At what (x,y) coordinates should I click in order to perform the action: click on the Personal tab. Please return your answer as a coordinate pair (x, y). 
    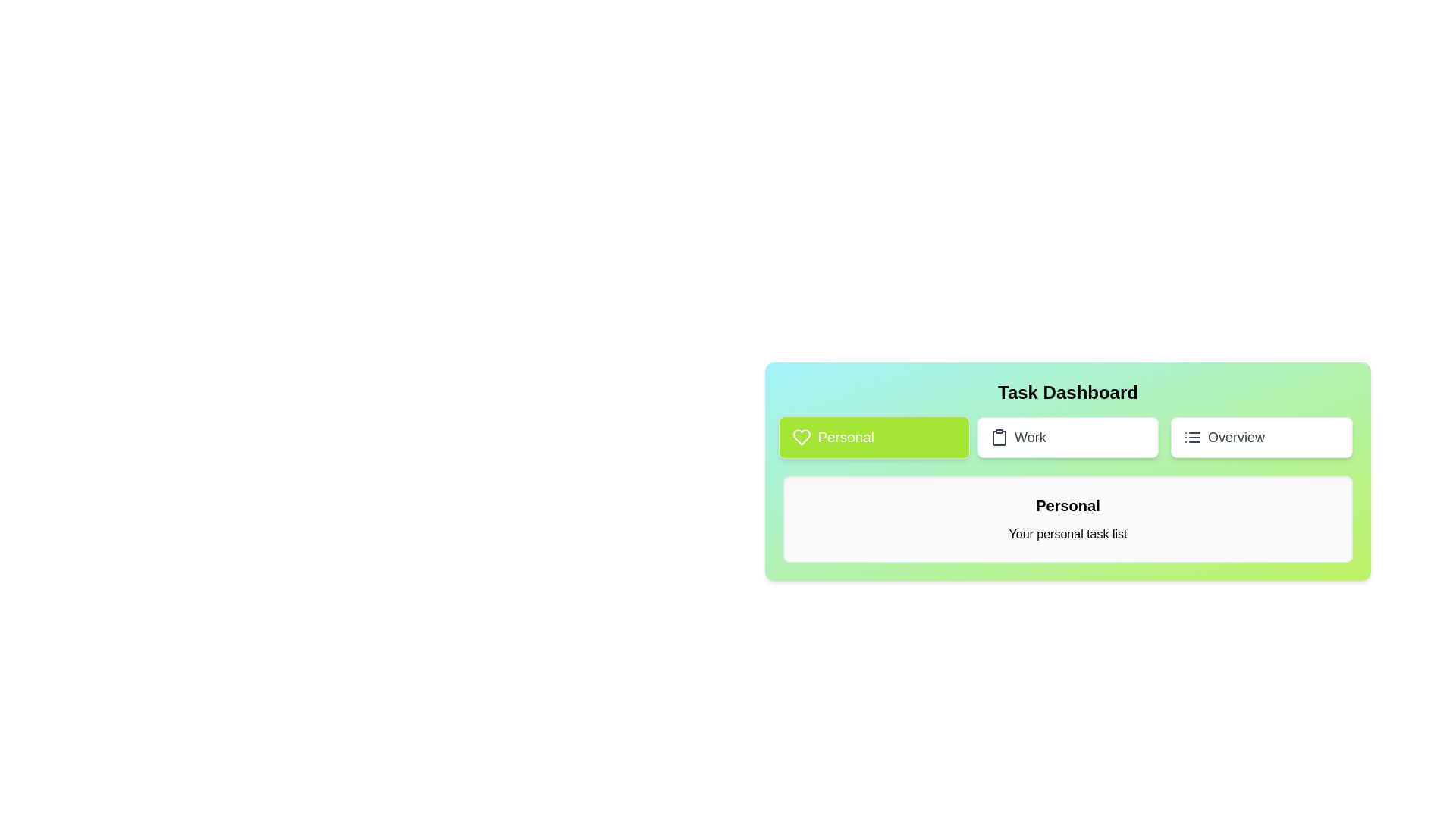
    Looking at the image, I should click on (874, 438).